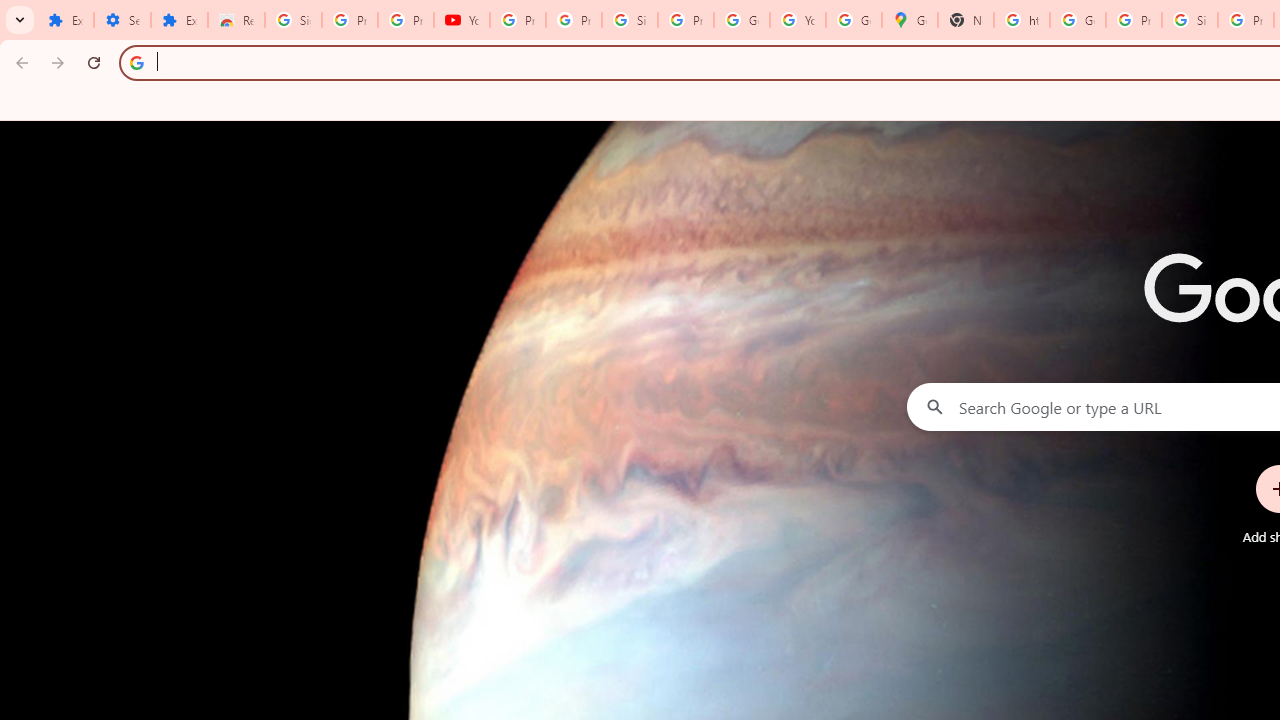  What do you see at coordinates (236, 20) in the screenshot?
I see `'Reviews: Helix Fruit Jump Arcade Game'` at bounding box center [236, 20].